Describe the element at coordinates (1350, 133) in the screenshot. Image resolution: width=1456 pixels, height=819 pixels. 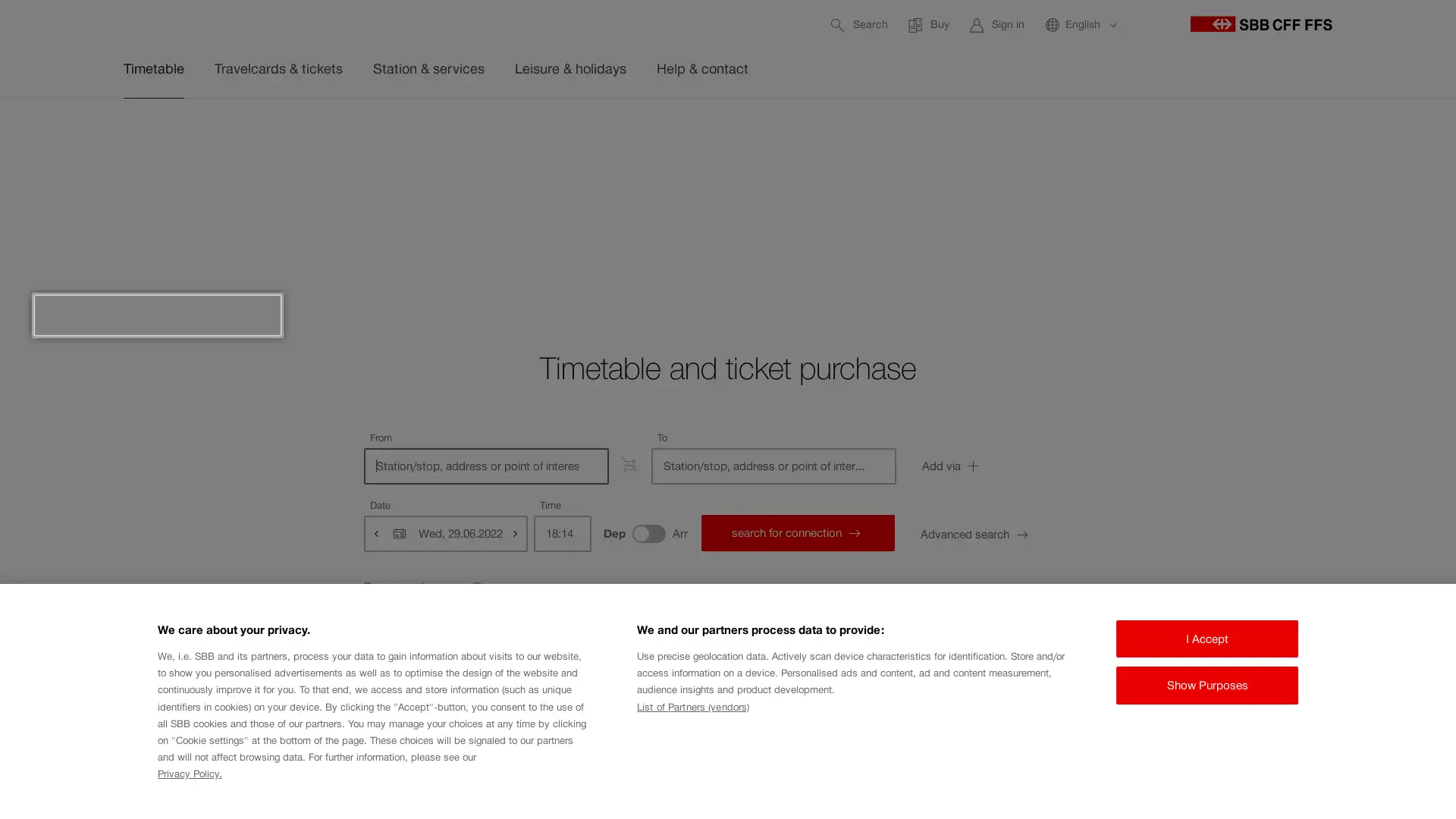
I see `Close active menu item Help & contact.` at that location.